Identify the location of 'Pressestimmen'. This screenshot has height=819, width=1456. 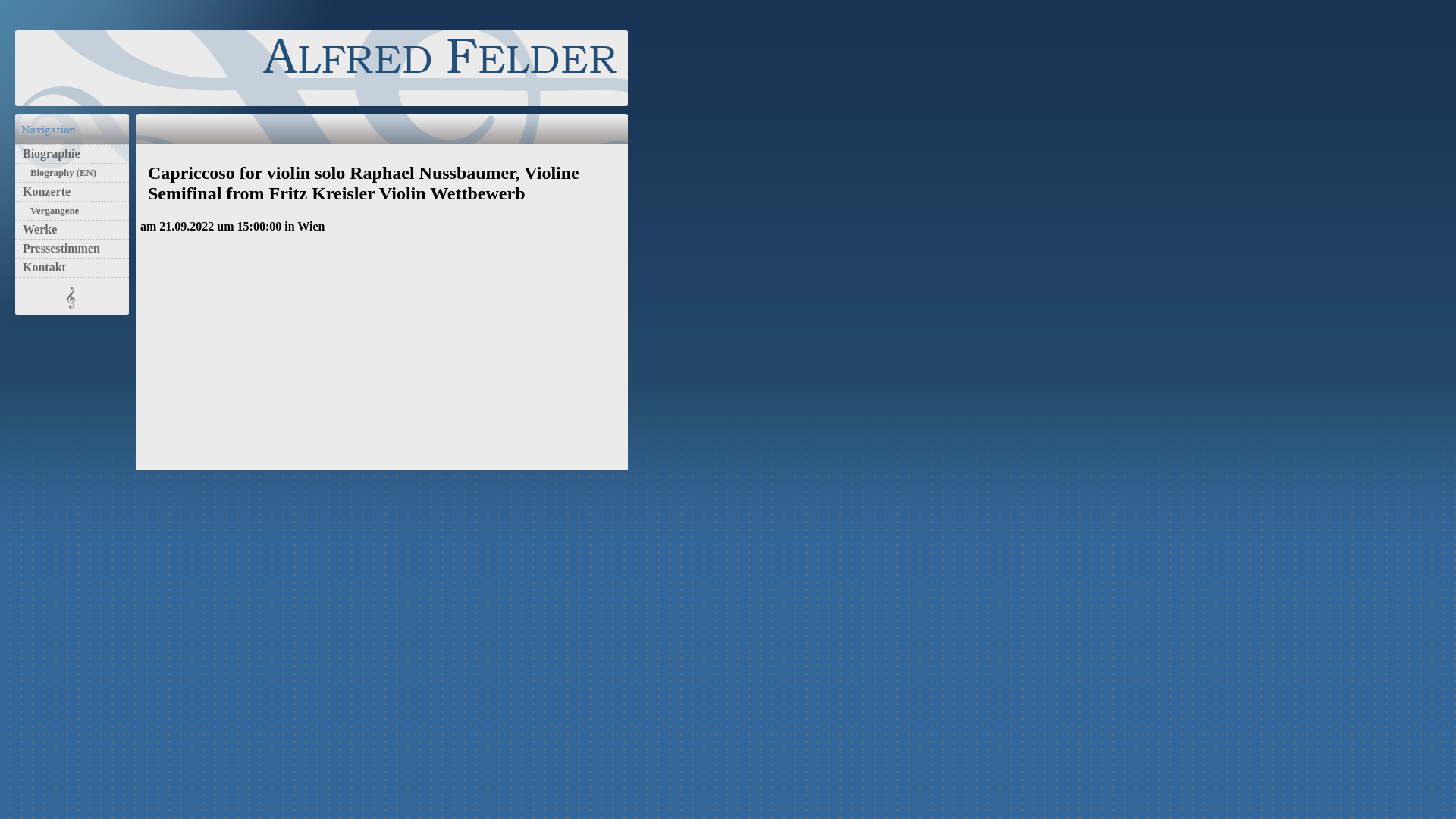
(14, 247).